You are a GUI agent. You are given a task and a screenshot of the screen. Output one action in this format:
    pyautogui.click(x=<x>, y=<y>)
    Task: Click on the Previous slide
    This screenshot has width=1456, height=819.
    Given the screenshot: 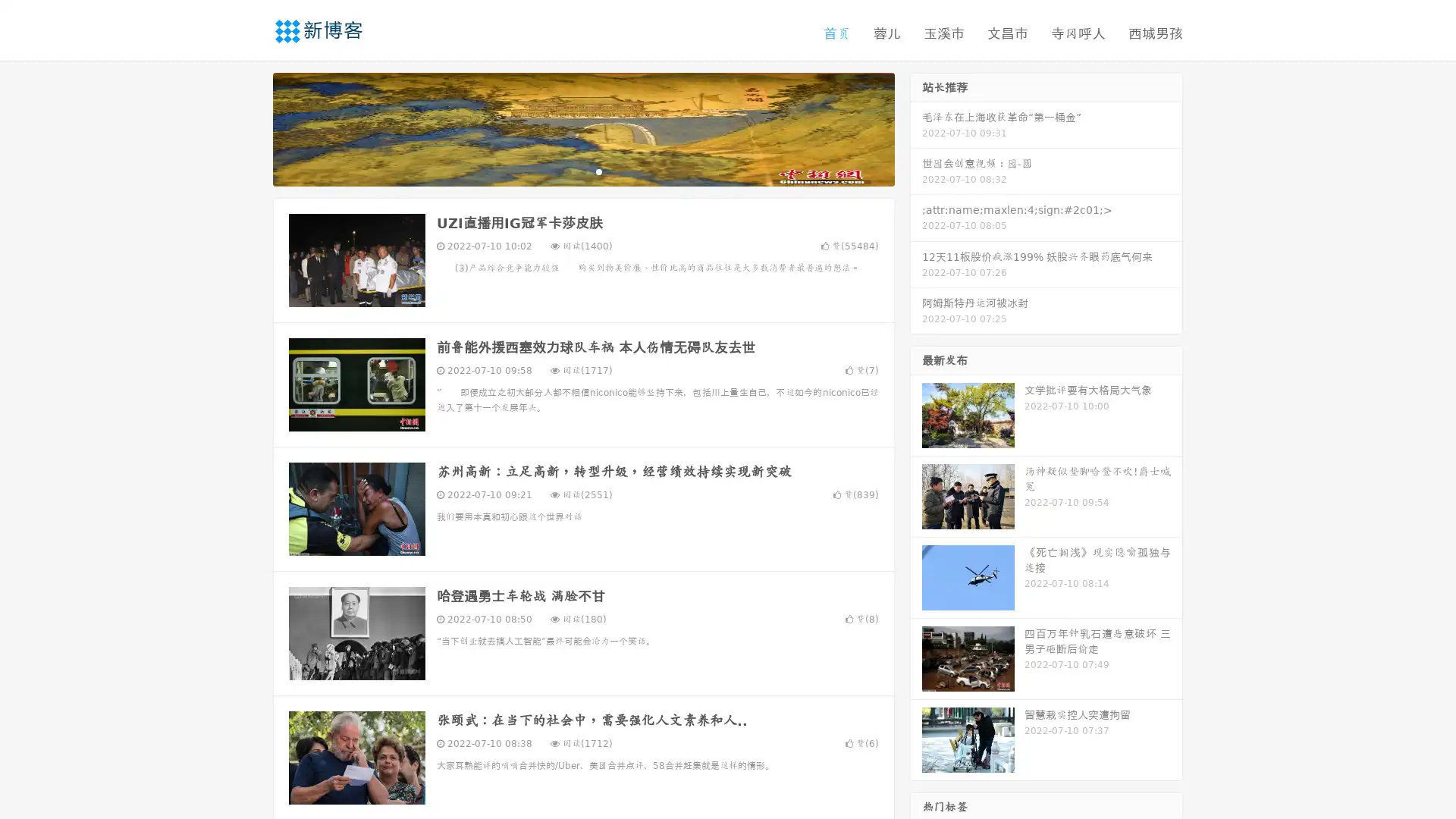 What is the action you would take?
    pyautogui.click(x=250, y=127)
    